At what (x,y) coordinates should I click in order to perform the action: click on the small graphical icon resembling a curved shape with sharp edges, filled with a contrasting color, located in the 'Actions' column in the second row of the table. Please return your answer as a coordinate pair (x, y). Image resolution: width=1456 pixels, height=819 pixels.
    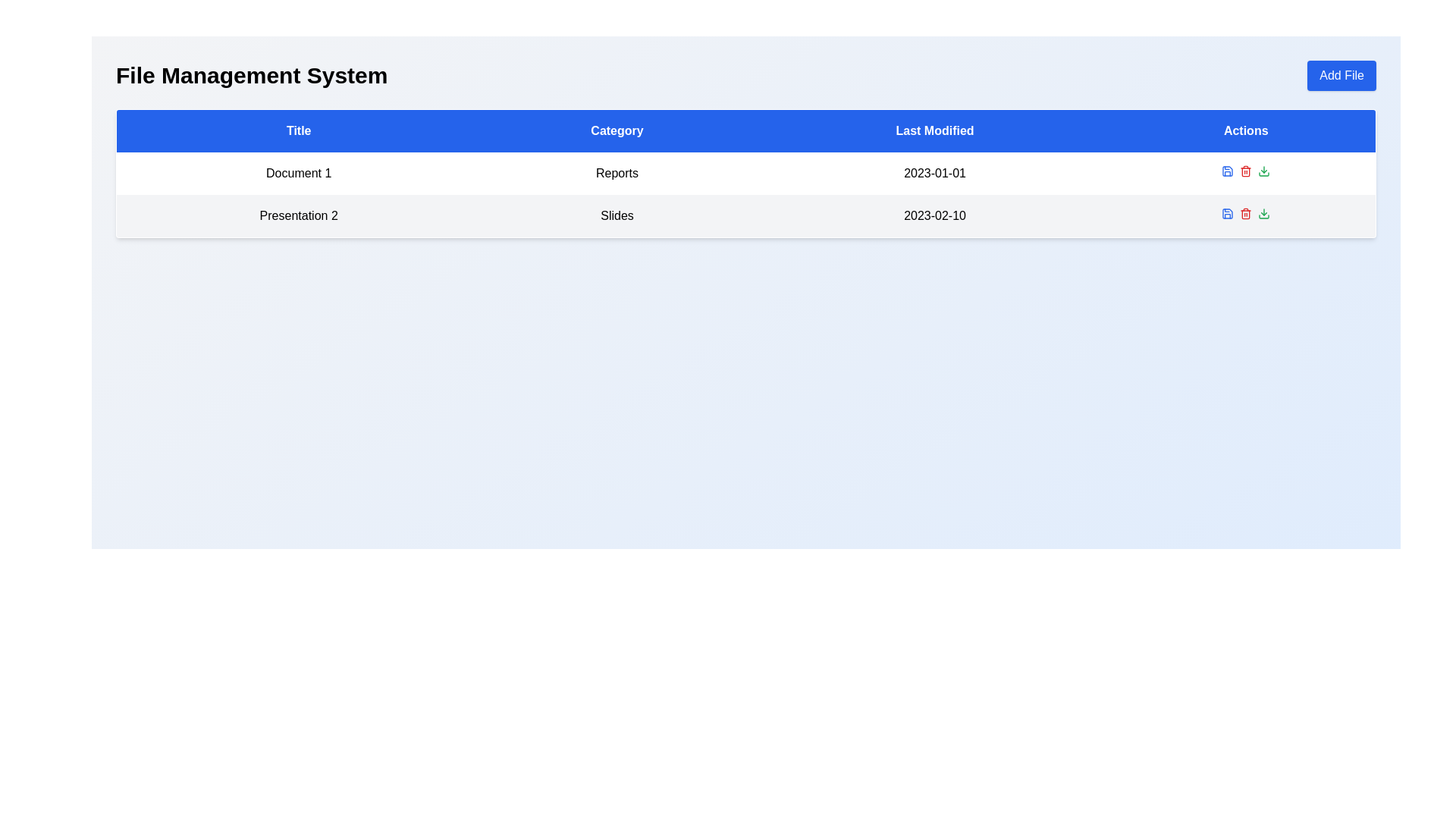
    Looking at the image, I should click on (1228, 171).